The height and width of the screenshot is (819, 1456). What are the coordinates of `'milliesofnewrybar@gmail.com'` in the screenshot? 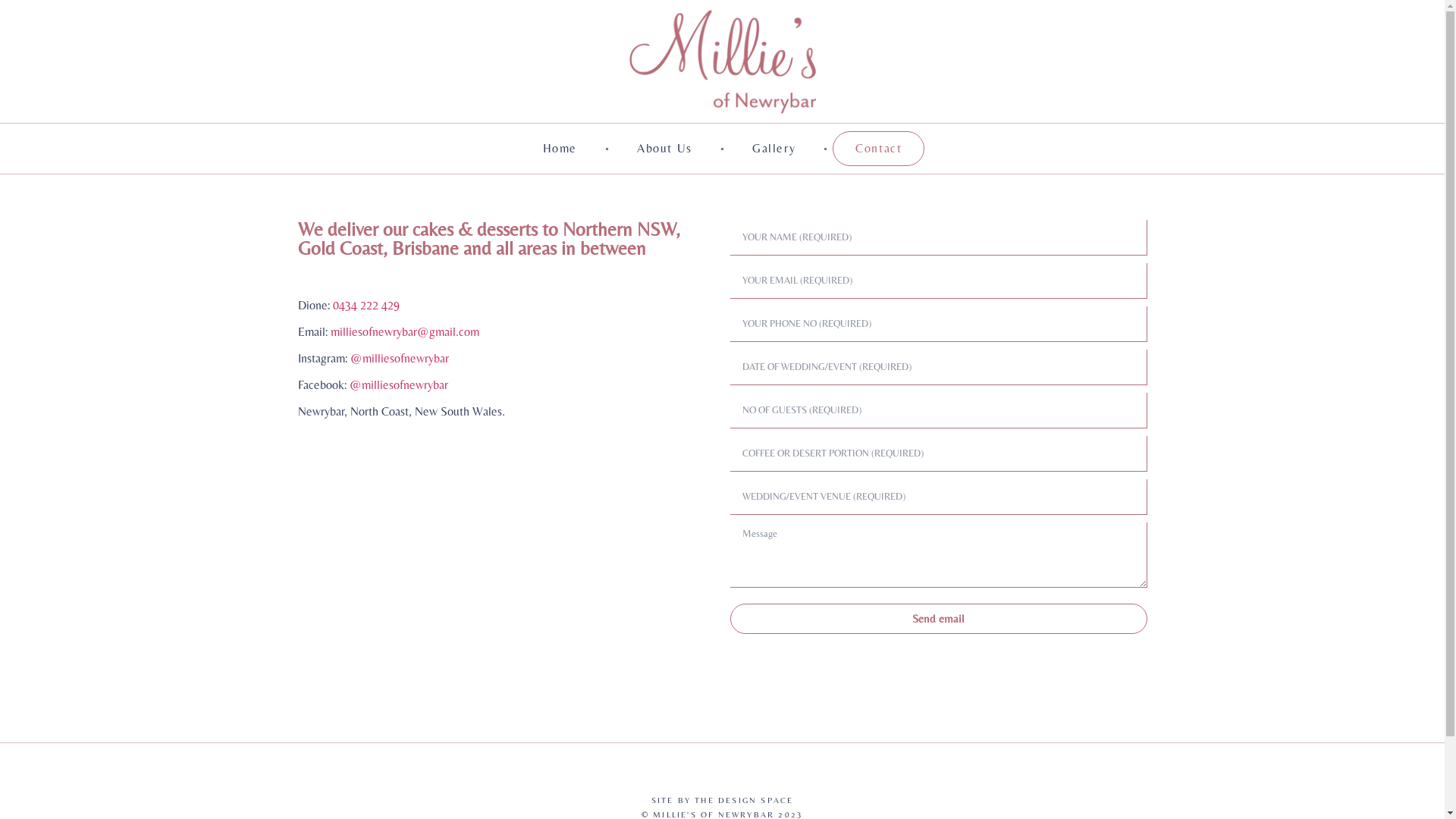 It's located at (404, 331).